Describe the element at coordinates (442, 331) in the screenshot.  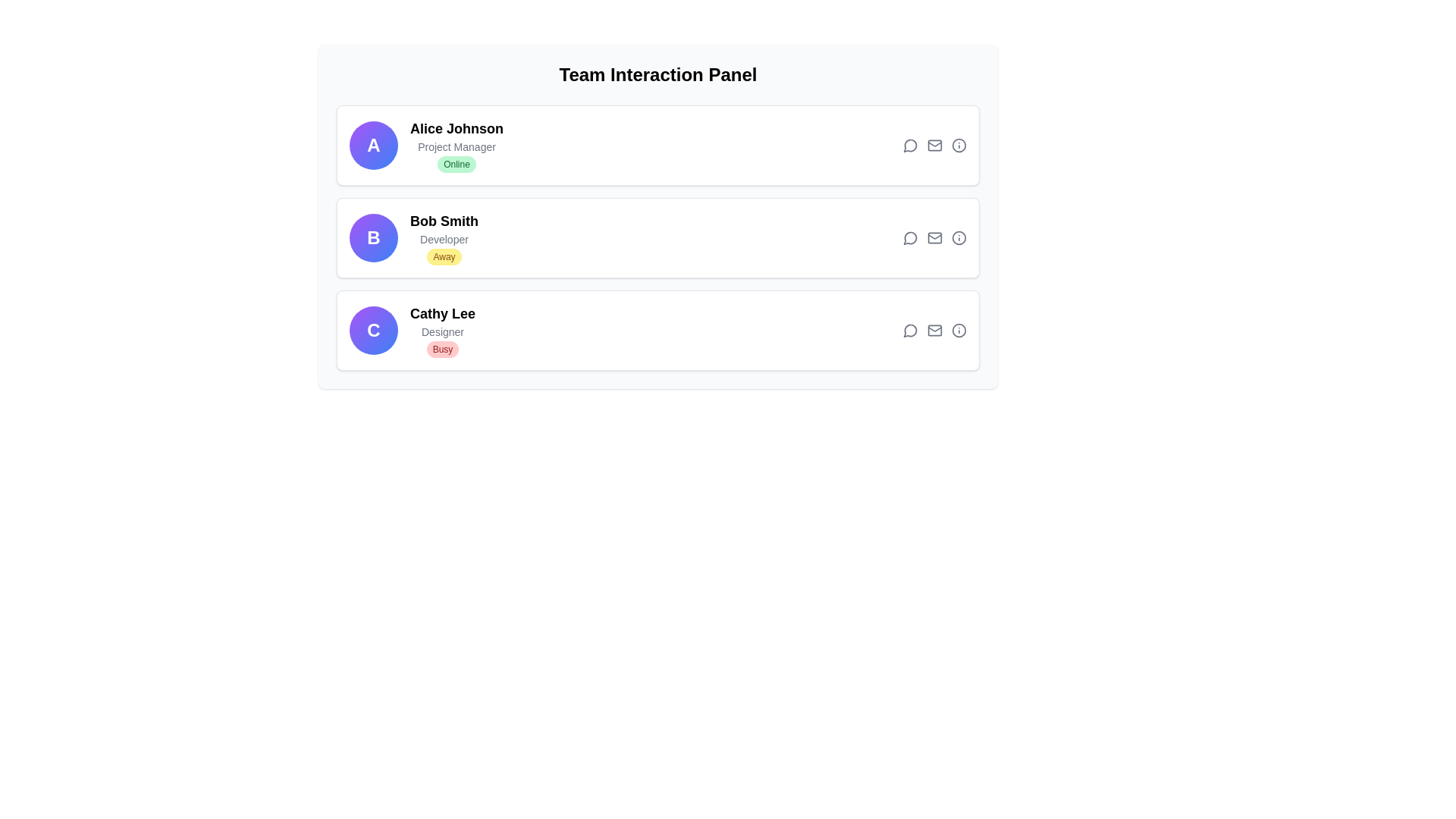
I see `the text element reading 'Designer', which is styled with a small font size and gray color, located below 'Cathy Lee' and above the 'Busy' status indicator in the profile section of 'Cathy Lee'` at that location.